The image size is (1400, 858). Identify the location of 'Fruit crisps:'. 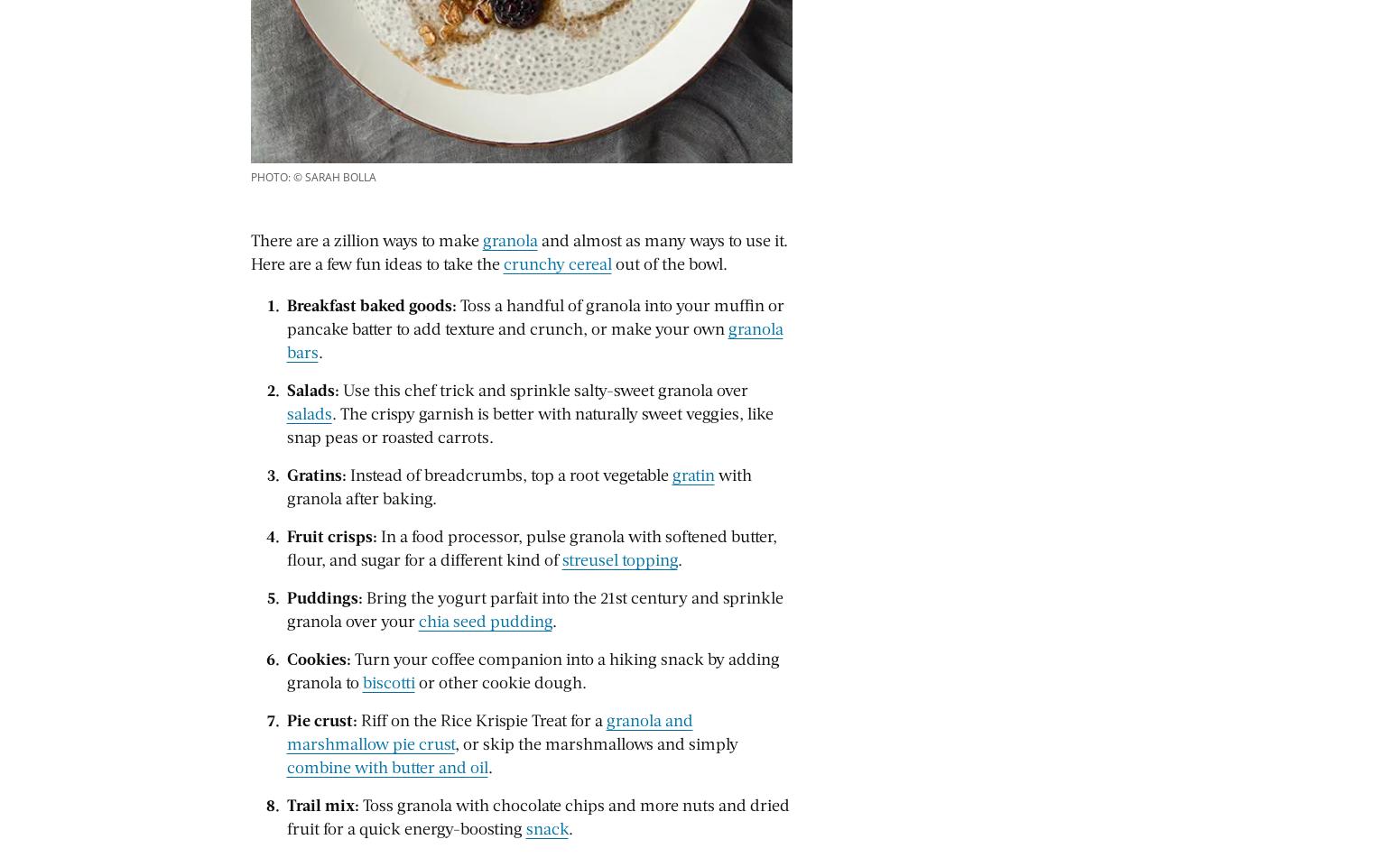
(330, 534).